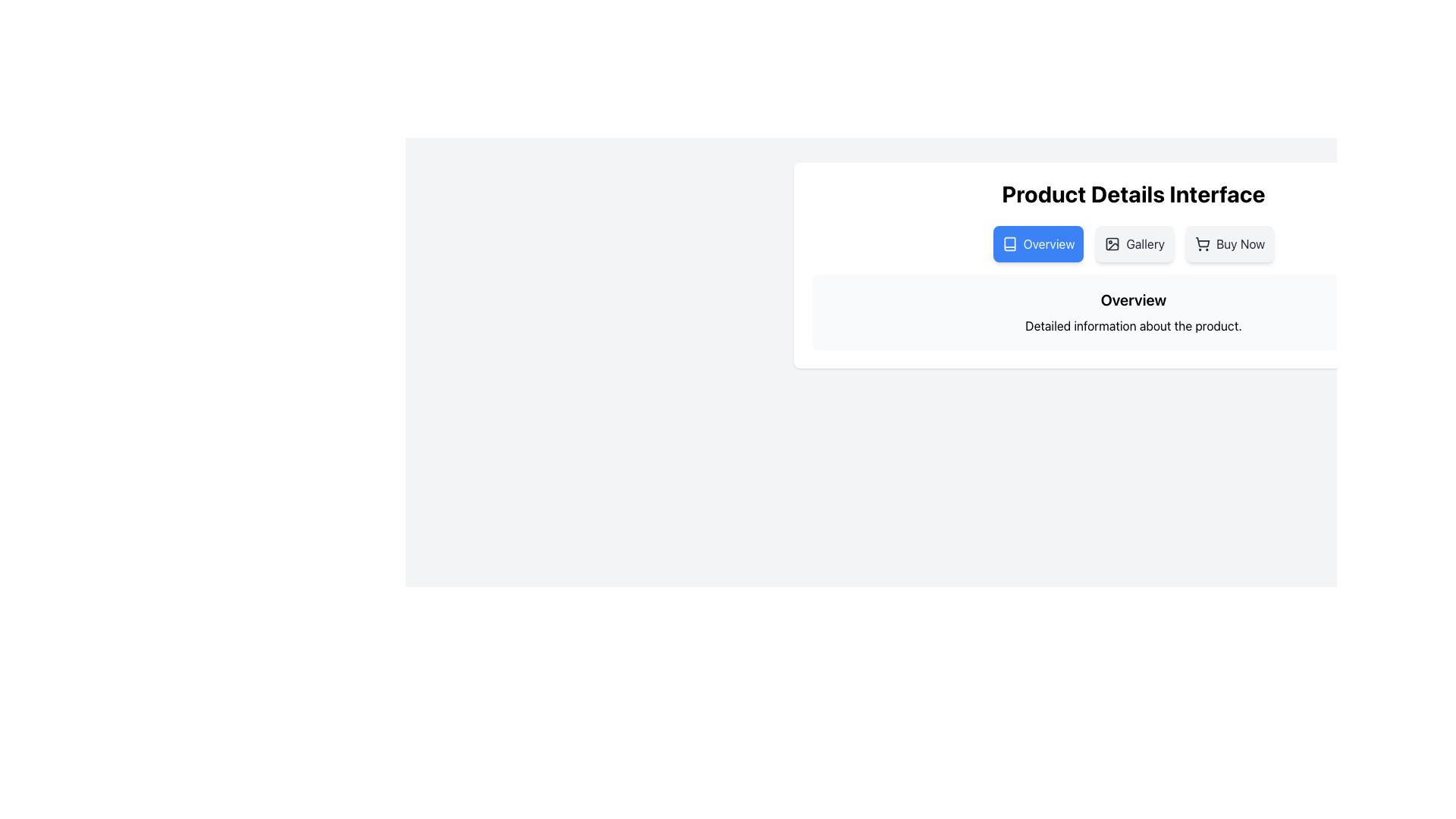 This screenshot has height=819, width=1456. What do you see at coordinates (1037, 243) in the screenshot?
I see `the navigation button located in the top-right corner of the interface, which is the first item in a horizontal group of buttons before the 'Gallery' and 'Buy Now' buttons` at bounding box center [1037, 243].